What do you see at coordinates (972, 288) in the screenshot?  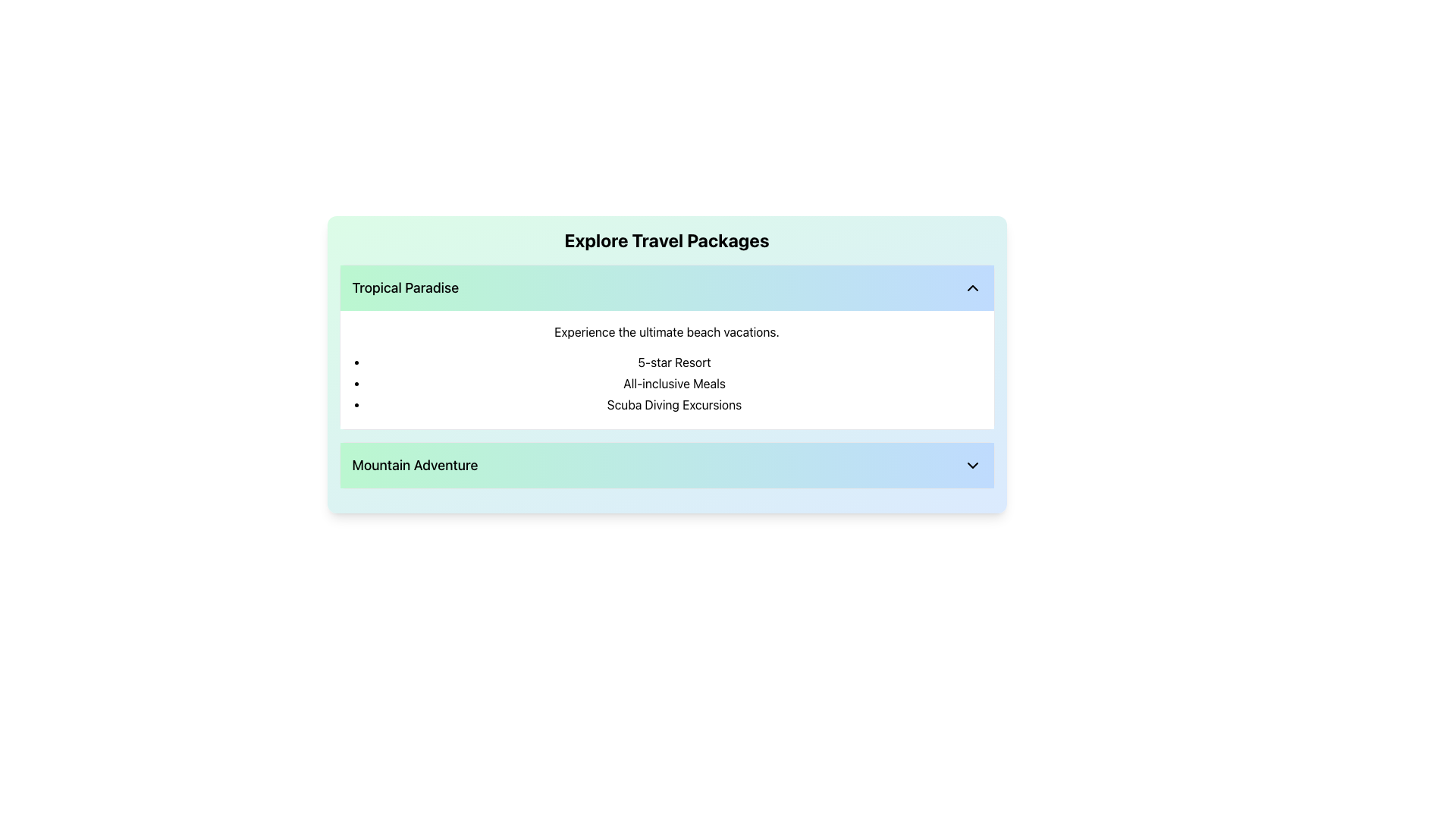 I see `the small upward-pointing arrow icon located at the far right of the 'Tropical Paradise' header text` at bounding box center [972, 288].